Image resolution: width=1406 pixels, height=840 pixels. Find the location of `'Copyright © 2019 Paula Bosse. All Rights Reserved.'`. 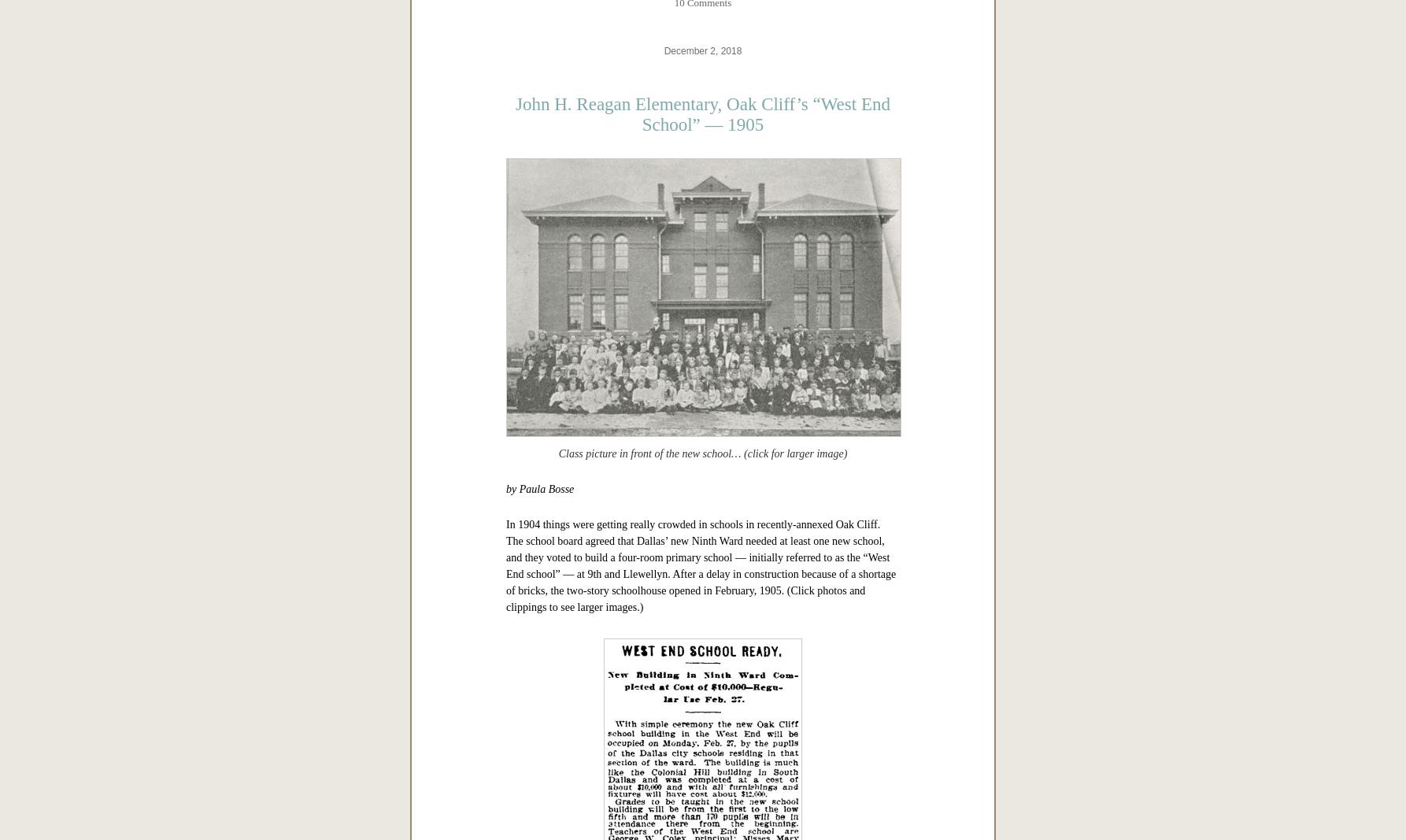

'Copyright © 2019 Paula Bosse. All Rights Reserved.' is located at coordinates (701, 319).